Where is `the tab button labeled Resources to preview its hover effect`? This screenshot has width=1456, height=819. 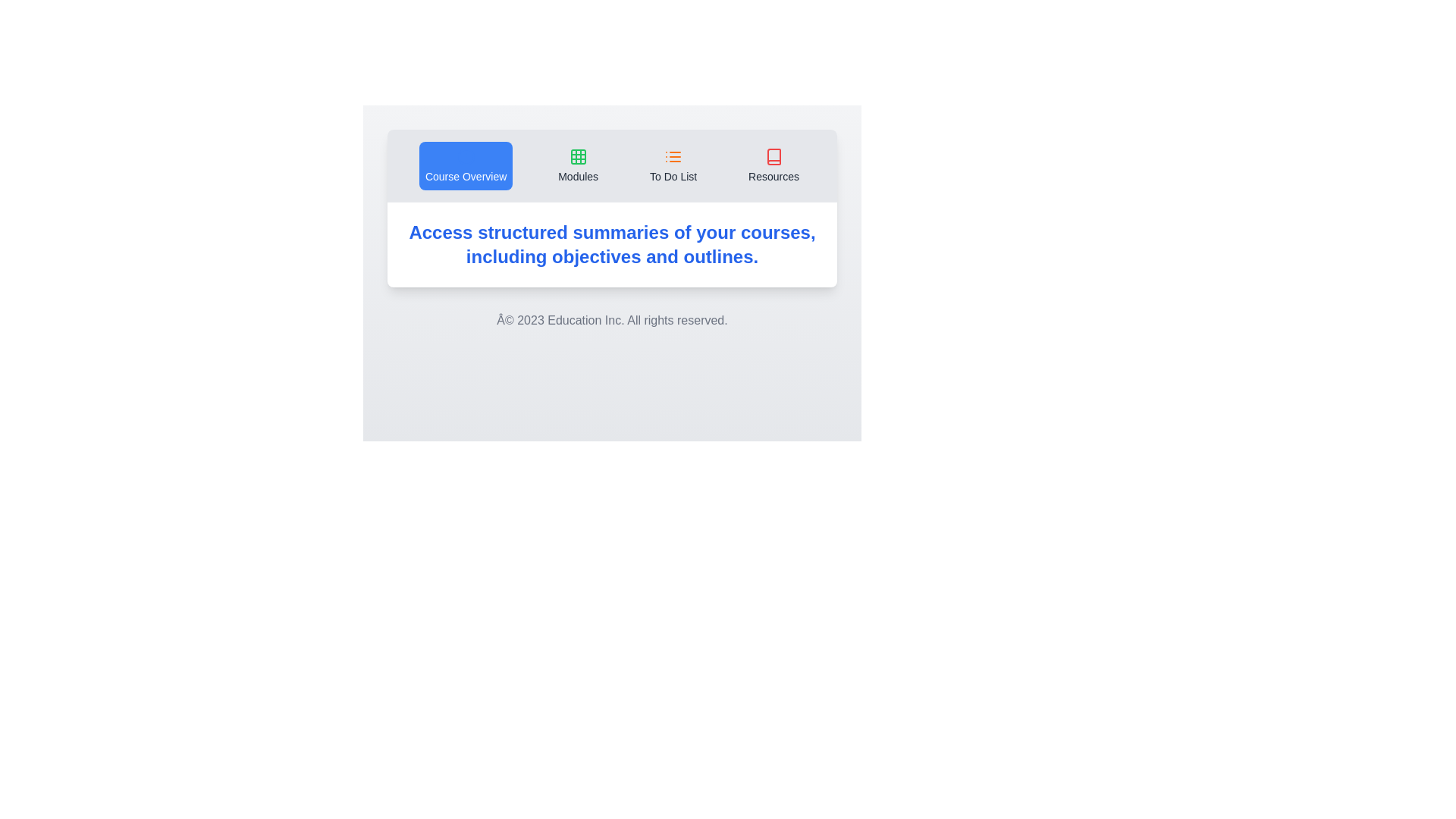 the tab button labeled Resources to preview its hover effect is located at coordinates (773, 166).